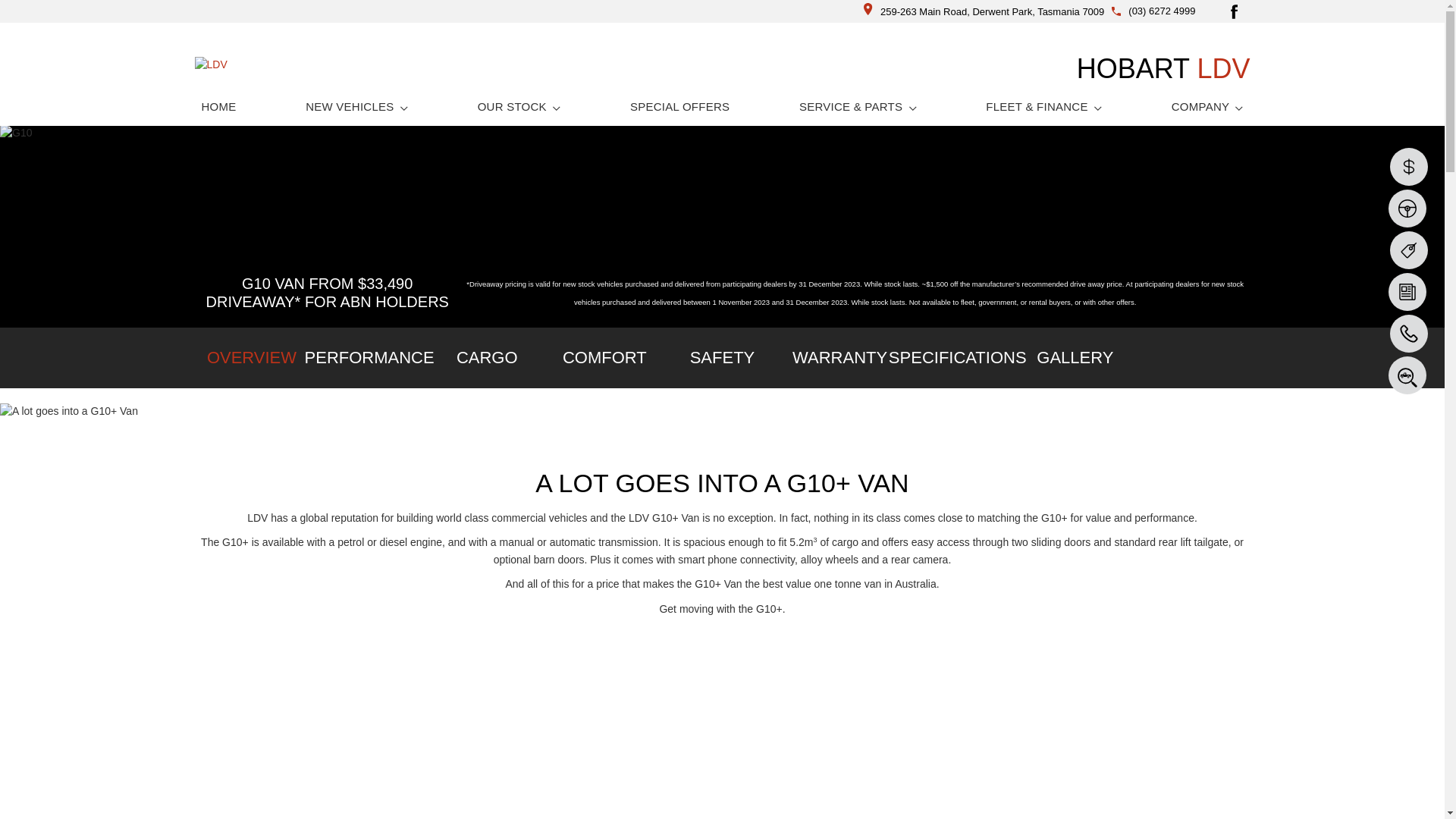 The image size is (1456, 819). What do you see at coordinates (356, 105) in the screenshot?
I see `'NEW VEHICLES'` at bounding box center [356, 105].